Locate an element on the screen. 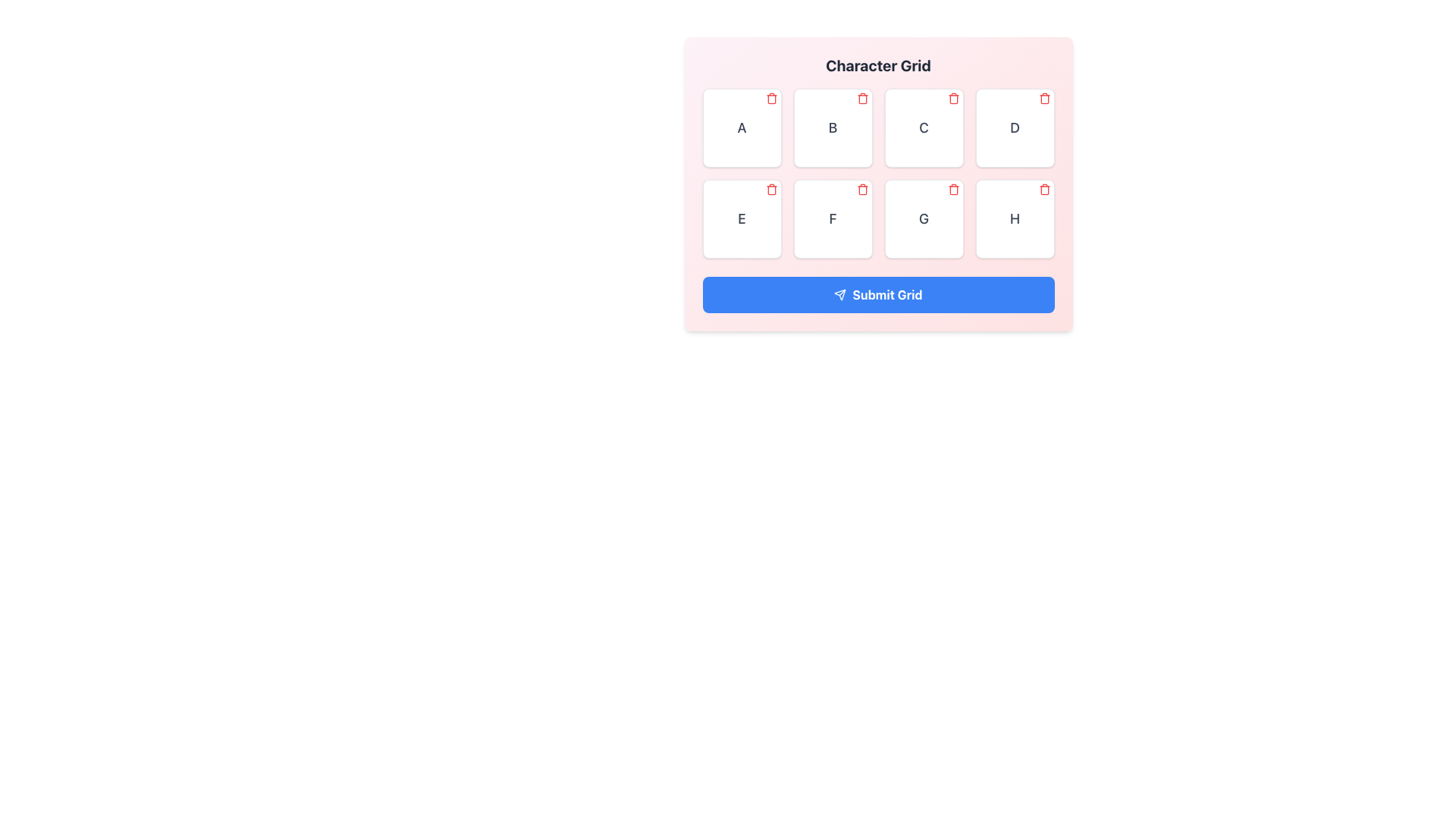 The width and height of the screenshot is (1456, 819). the 'Submit Grid' text label, which is displayed in white font on a blue rectangular button at the center-bottom of the interface is located at coordinates (887, 295).